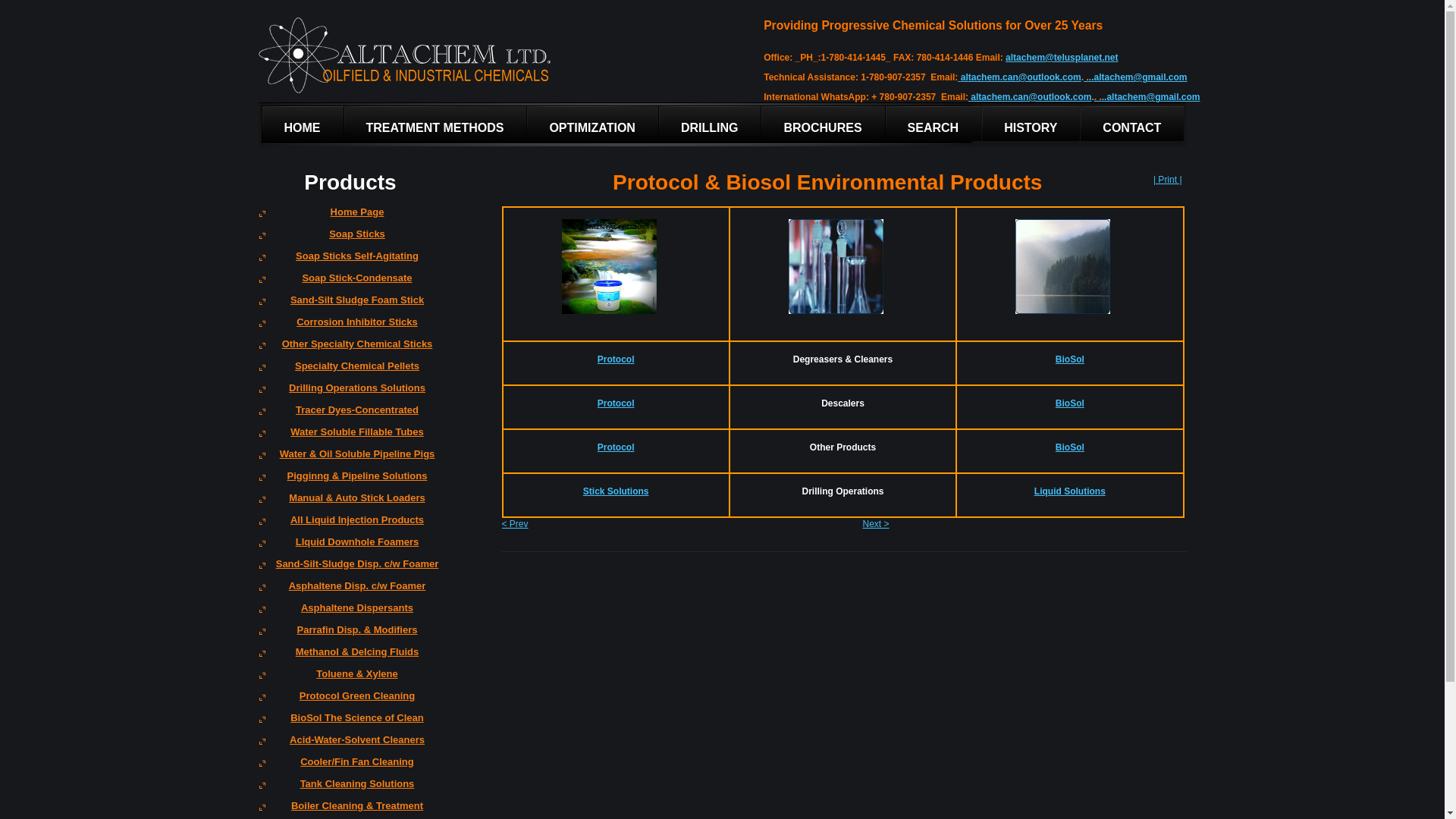  Describe the element at coordinates (350, 590) in the screenshot. I see `'Asphaltene Disp. c/w Foamer'` at that location.